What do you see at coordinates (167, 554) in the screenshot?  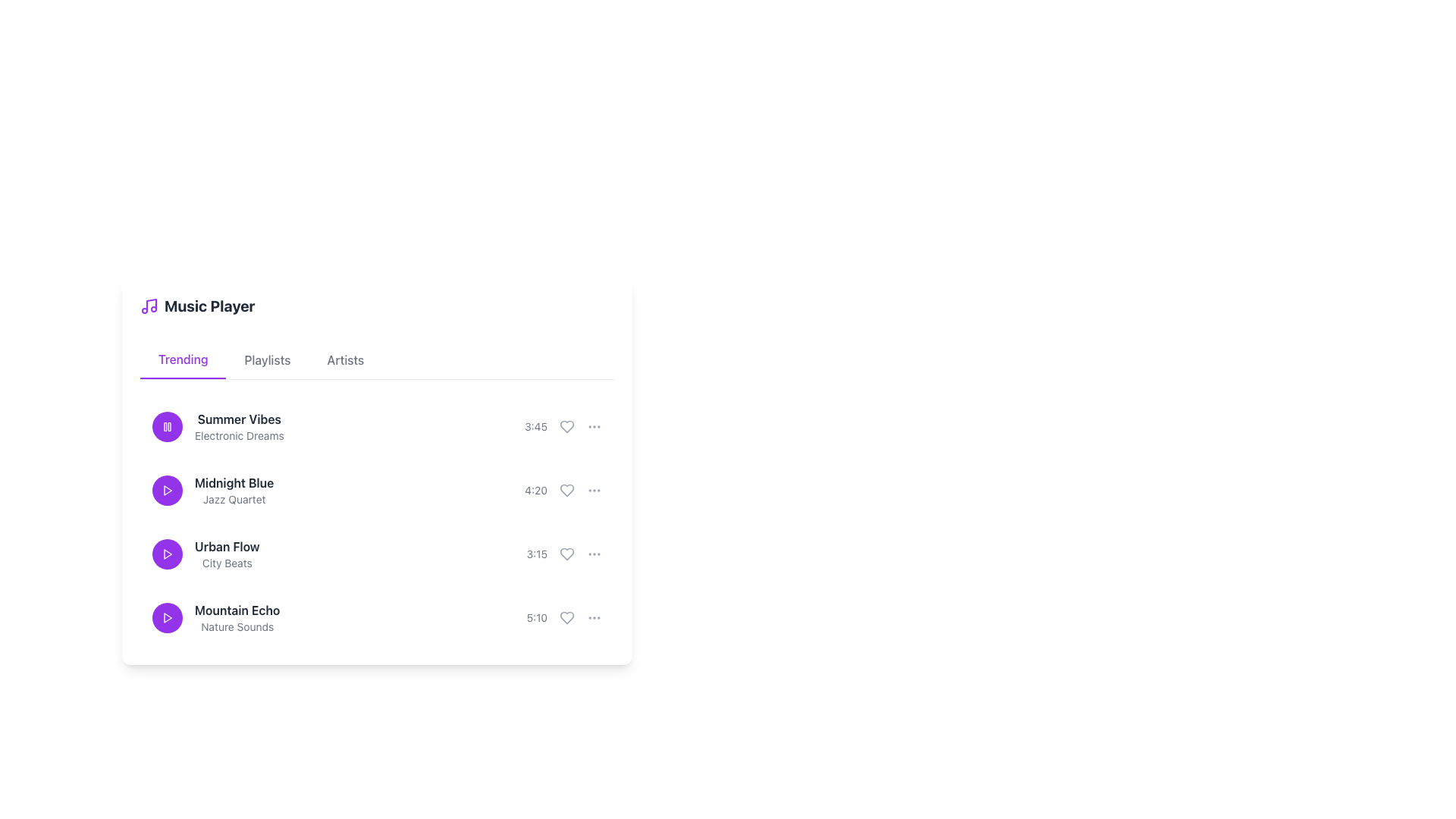 I see `the play button for the audio track 'Urban Flow - City Beats' located in the leftmost area of the list item in the music player interface` at bounding box center [167, 554].